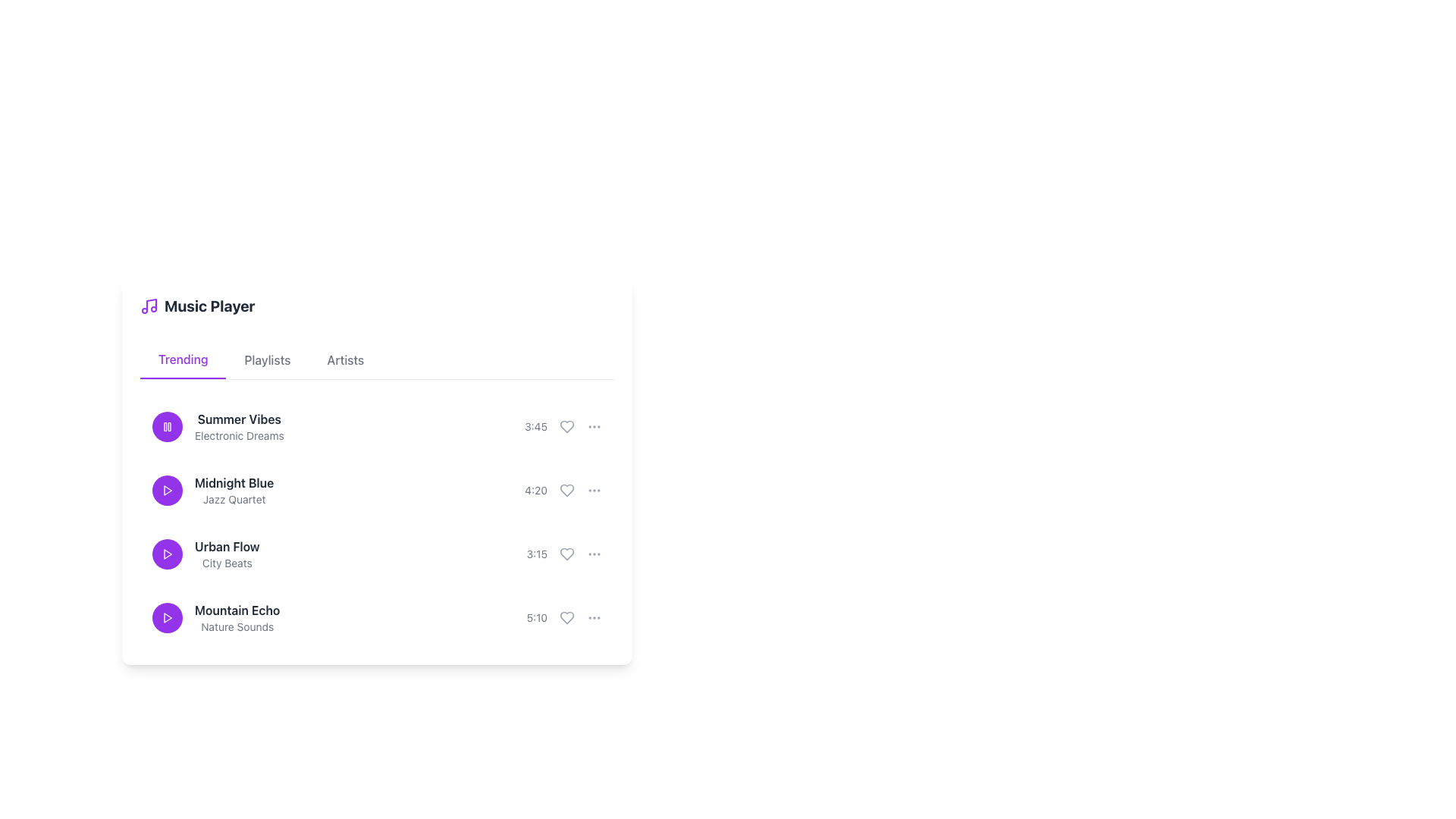 The image size is (1456, 819). What do you see at coordinates (234, 482) in the screenshot?
I see `the text label displaying 'Midnight Blue', which is the title of the second entry in the music player interface` at bounding box center [234, 482].